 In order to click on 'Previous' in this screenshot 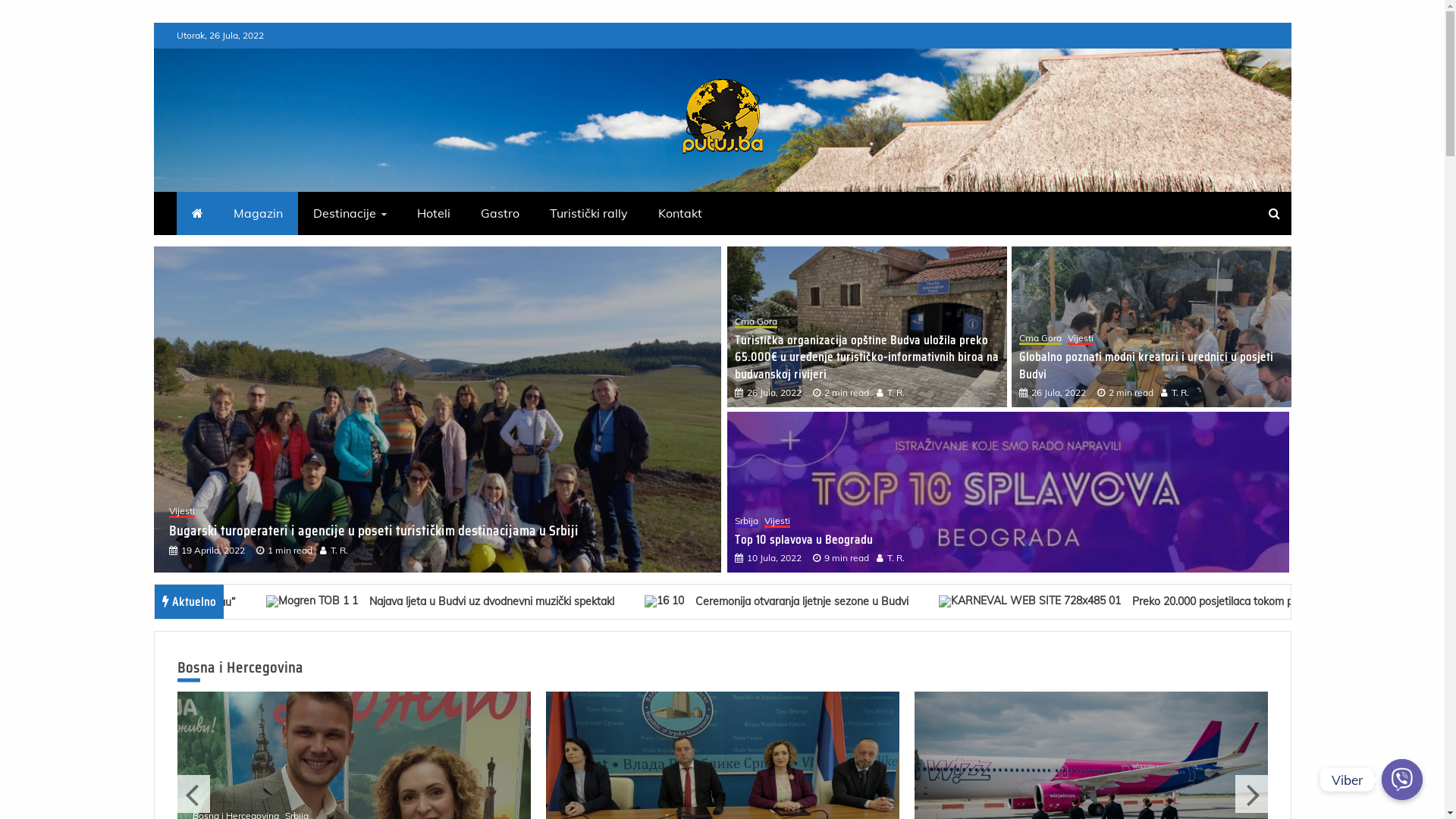, I will do `click(193, 792)`.